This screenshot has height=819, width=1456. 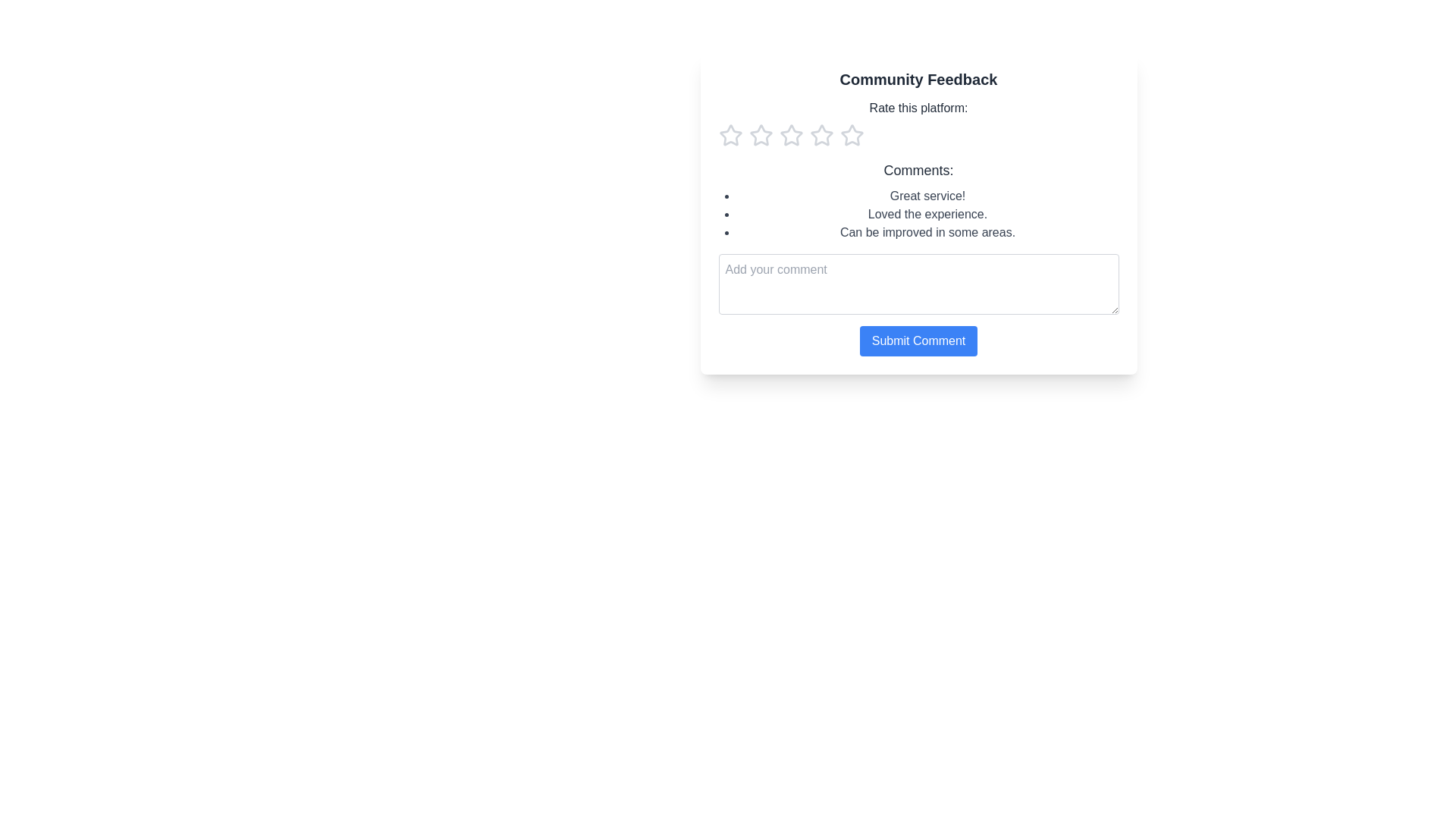 I want to click on the first hollow gray star icon in the rating section labeled 'Rate this platform', so click(x=730, y=134).